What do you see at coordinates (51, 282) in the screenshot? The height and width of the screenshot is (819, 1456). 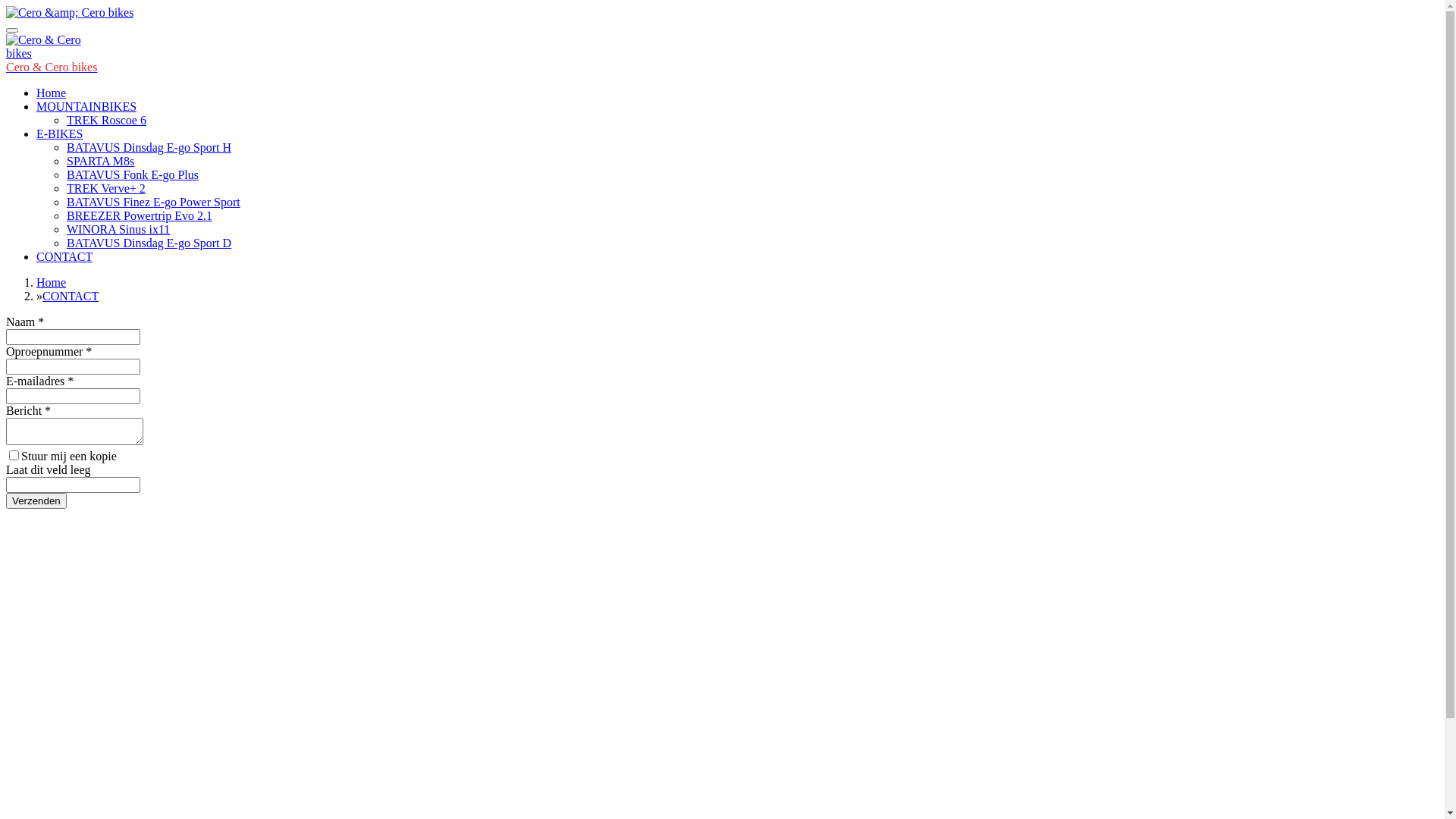 I see `'Home'` at bounding box center [51, 282].